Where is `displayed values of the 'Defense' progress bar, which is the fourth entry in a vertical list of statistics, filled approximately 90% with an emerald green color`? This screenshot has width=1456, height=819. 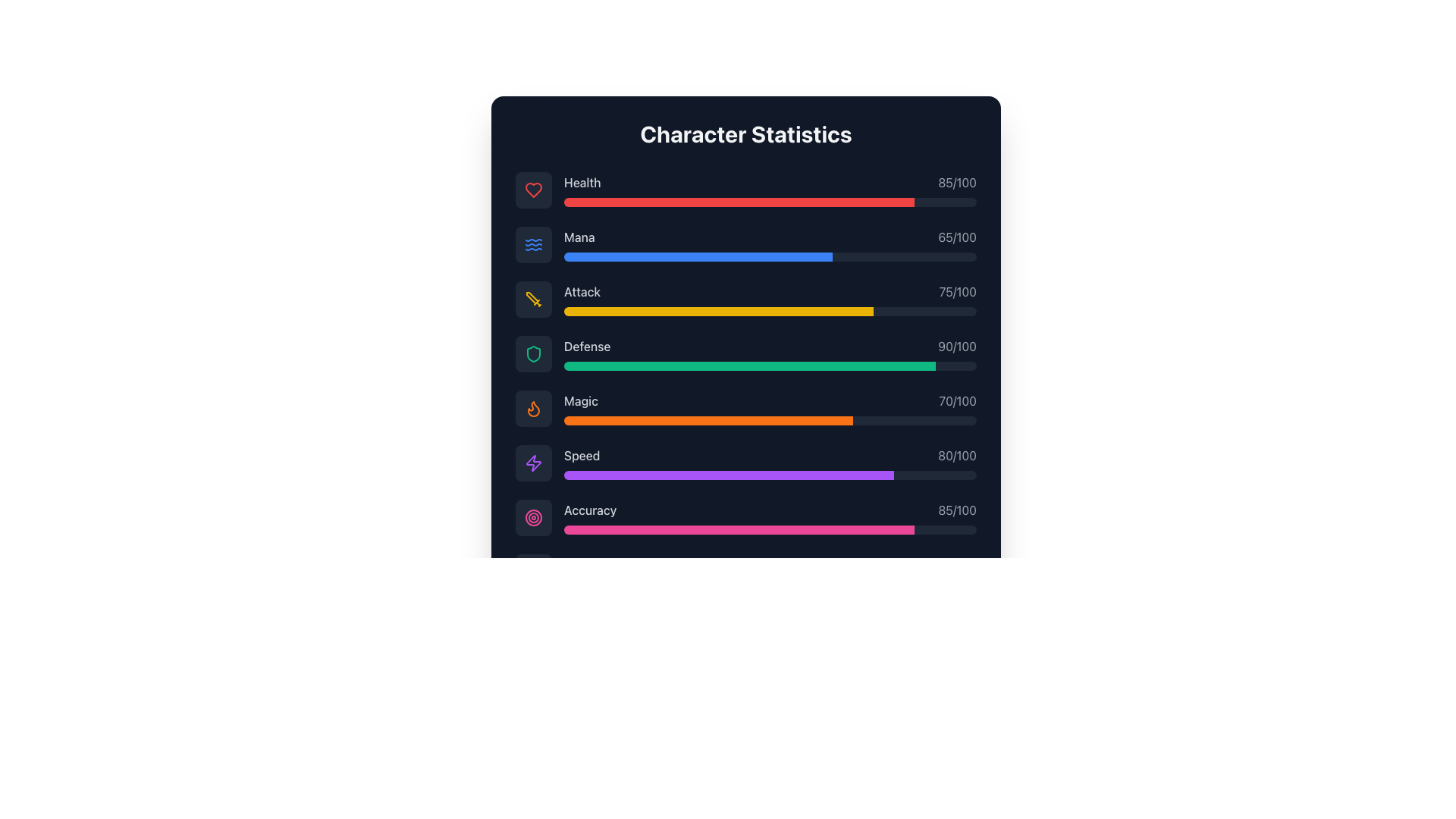
displayed values of the 'Defense' progress bar, which is the fourth entry in a vertical list of statistics, filled approximately 90% with an emerald green color is located at coordinates (770, 353).